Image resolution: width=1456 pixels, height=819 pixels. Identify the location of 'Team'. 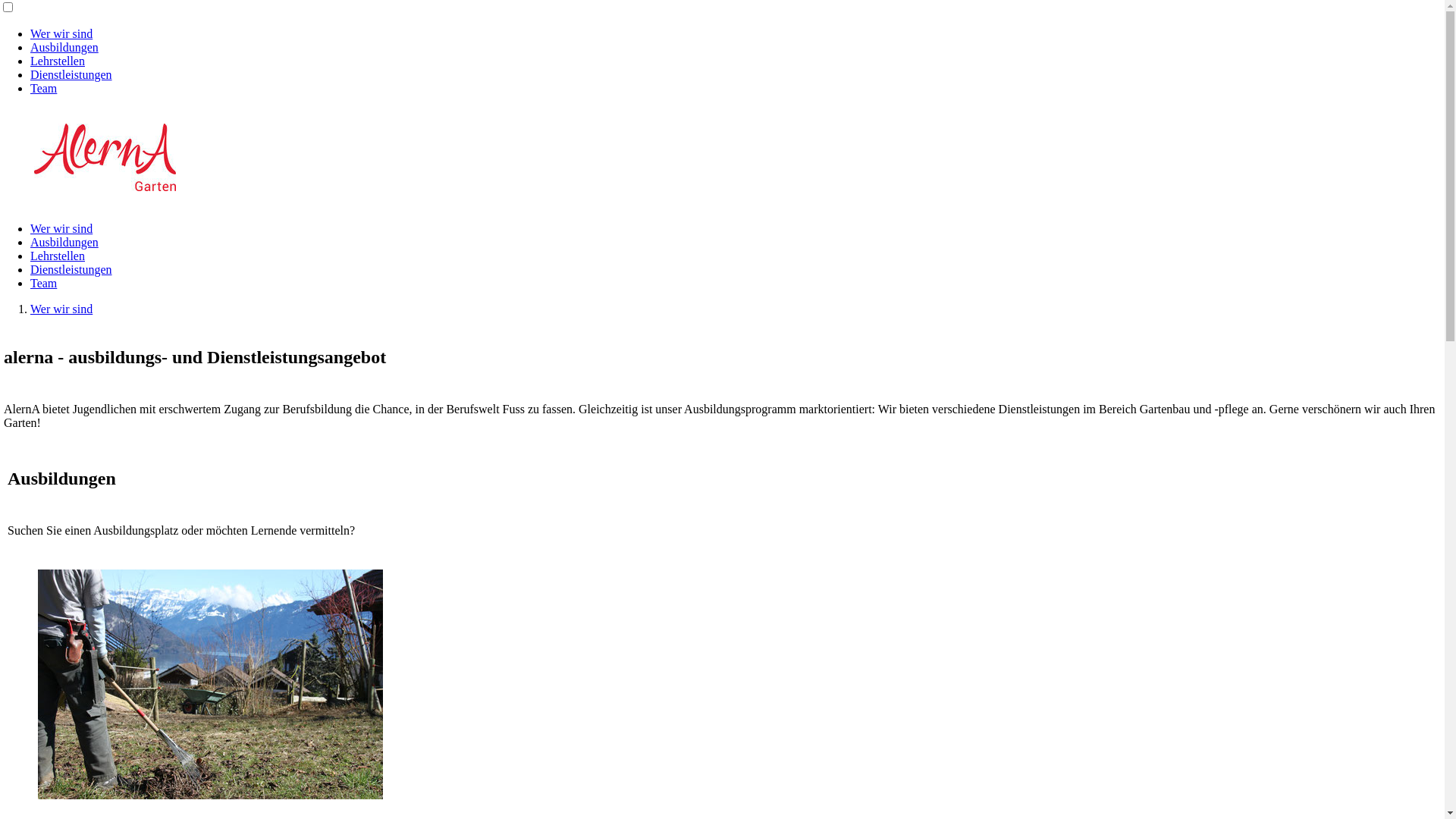
(43, 88).